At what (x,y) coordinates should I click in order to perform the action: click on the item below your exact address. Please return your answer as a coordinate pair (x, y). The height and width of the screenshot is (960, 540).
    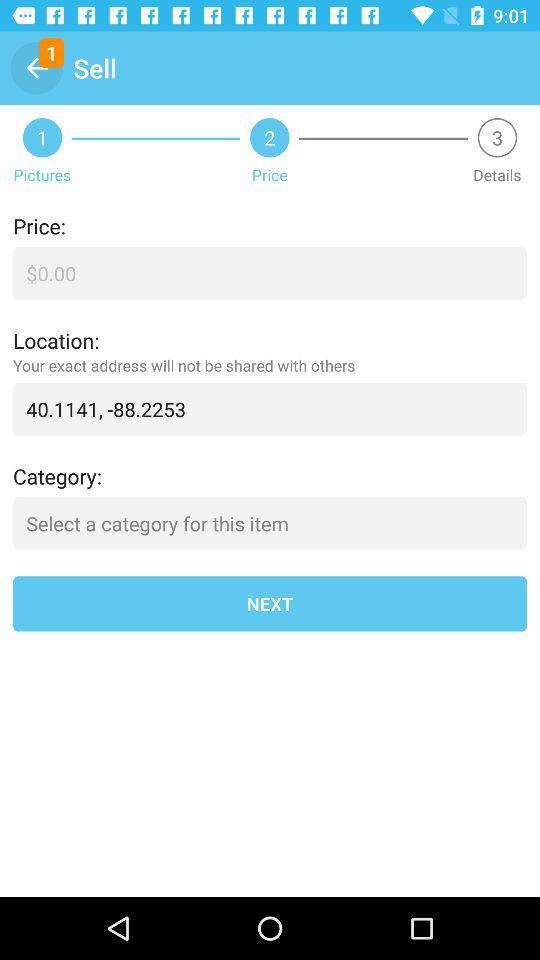
    Looking at the image, I should click on (270, 408).